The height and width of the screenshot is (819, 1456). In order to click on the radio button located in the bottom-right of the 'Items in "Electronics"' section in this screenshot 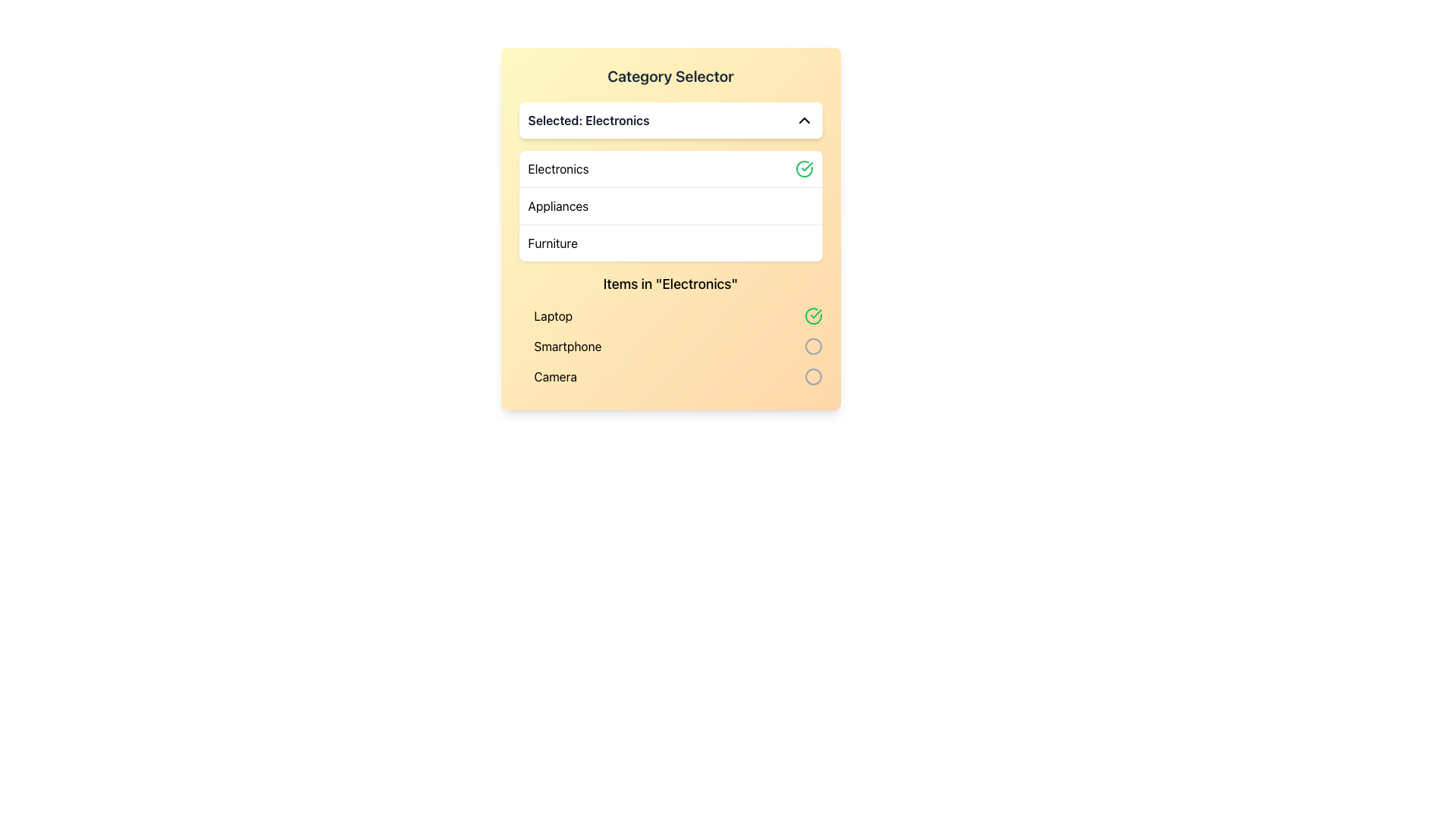, I will do `click(812, 346)`.